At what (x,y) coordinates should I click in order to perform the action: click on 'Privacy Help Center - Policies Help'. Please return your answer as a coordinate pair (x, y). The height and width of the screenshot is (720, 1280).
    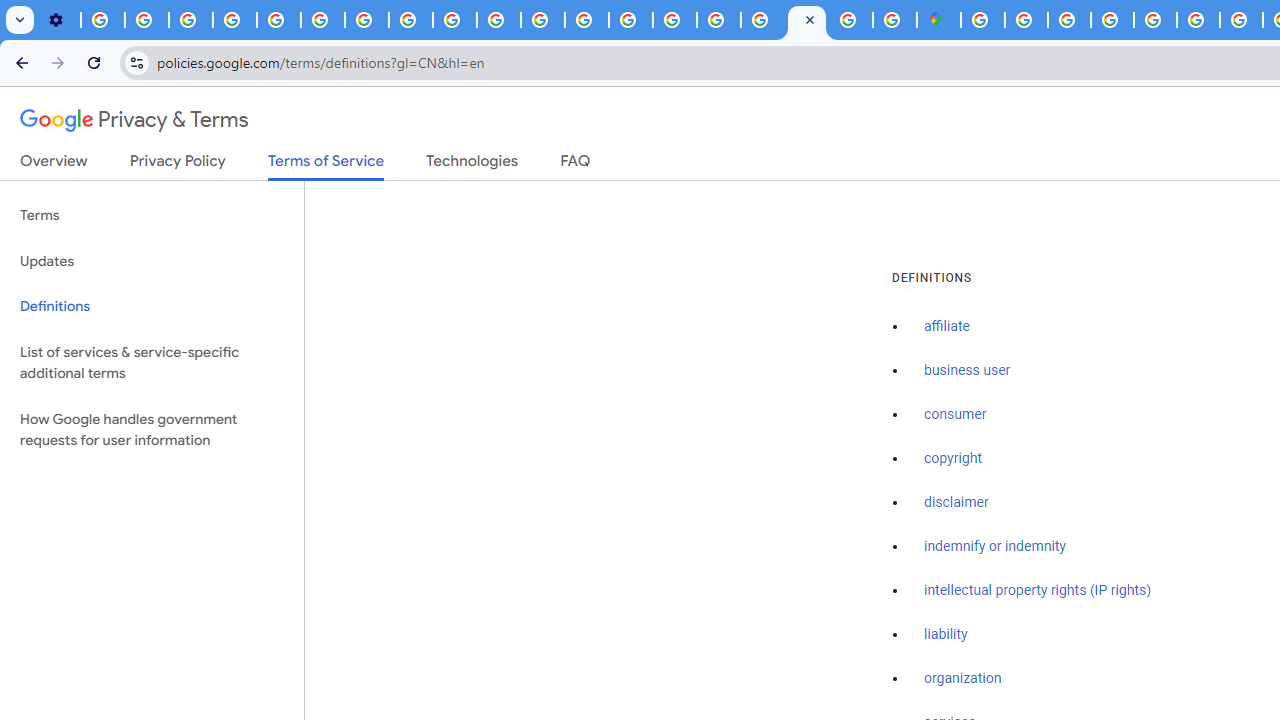
    Looking at the image, I should click on (585, 20).